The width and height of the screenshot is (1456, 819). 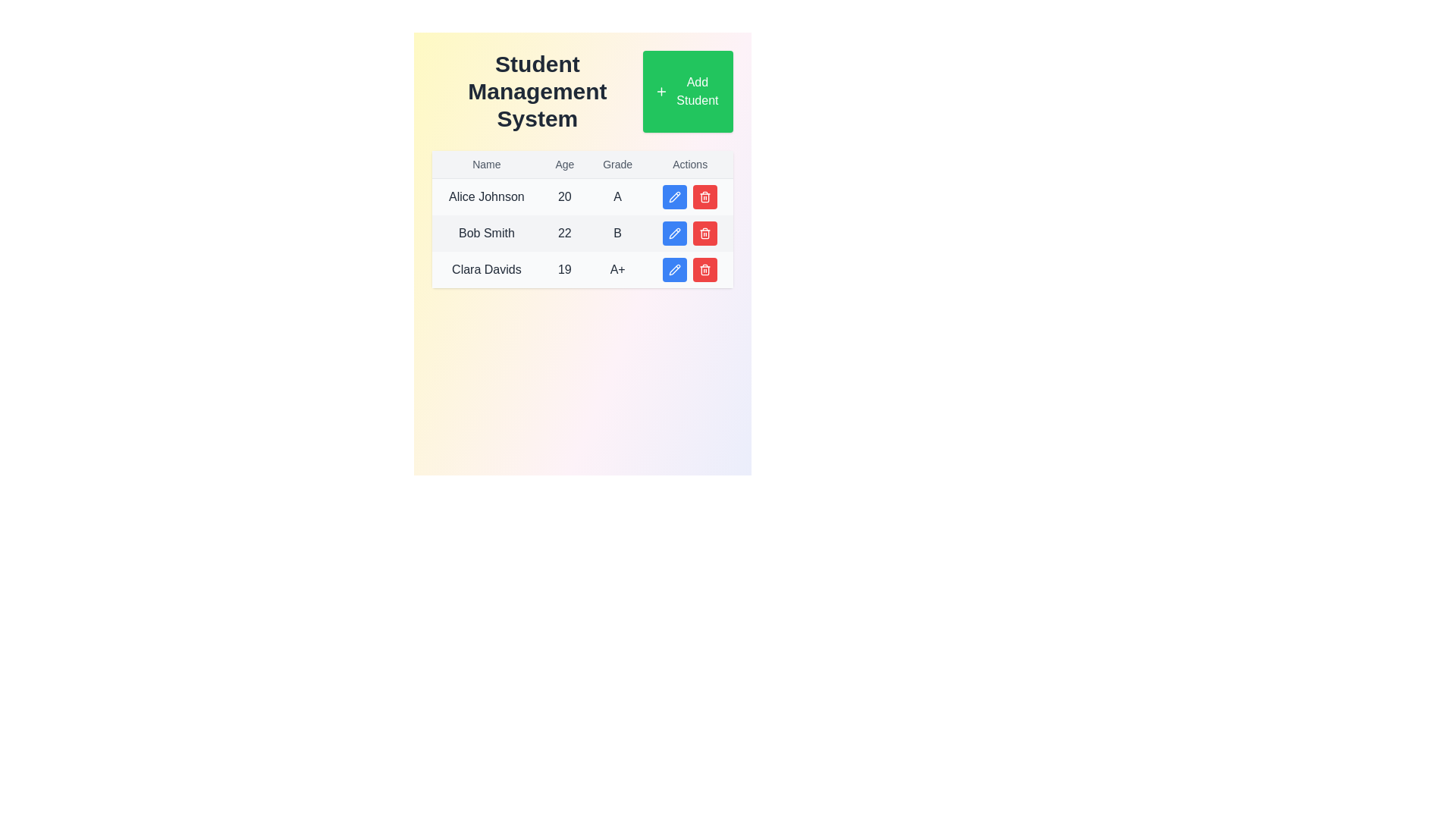 What do you see at coordinates (674, 268) in the screenshot?
I see `the pencil icon button in the 'Actions' column of the last row for 'Clara Davids' to begin editing the corresponding row's data` at bounding box center [674, 268].